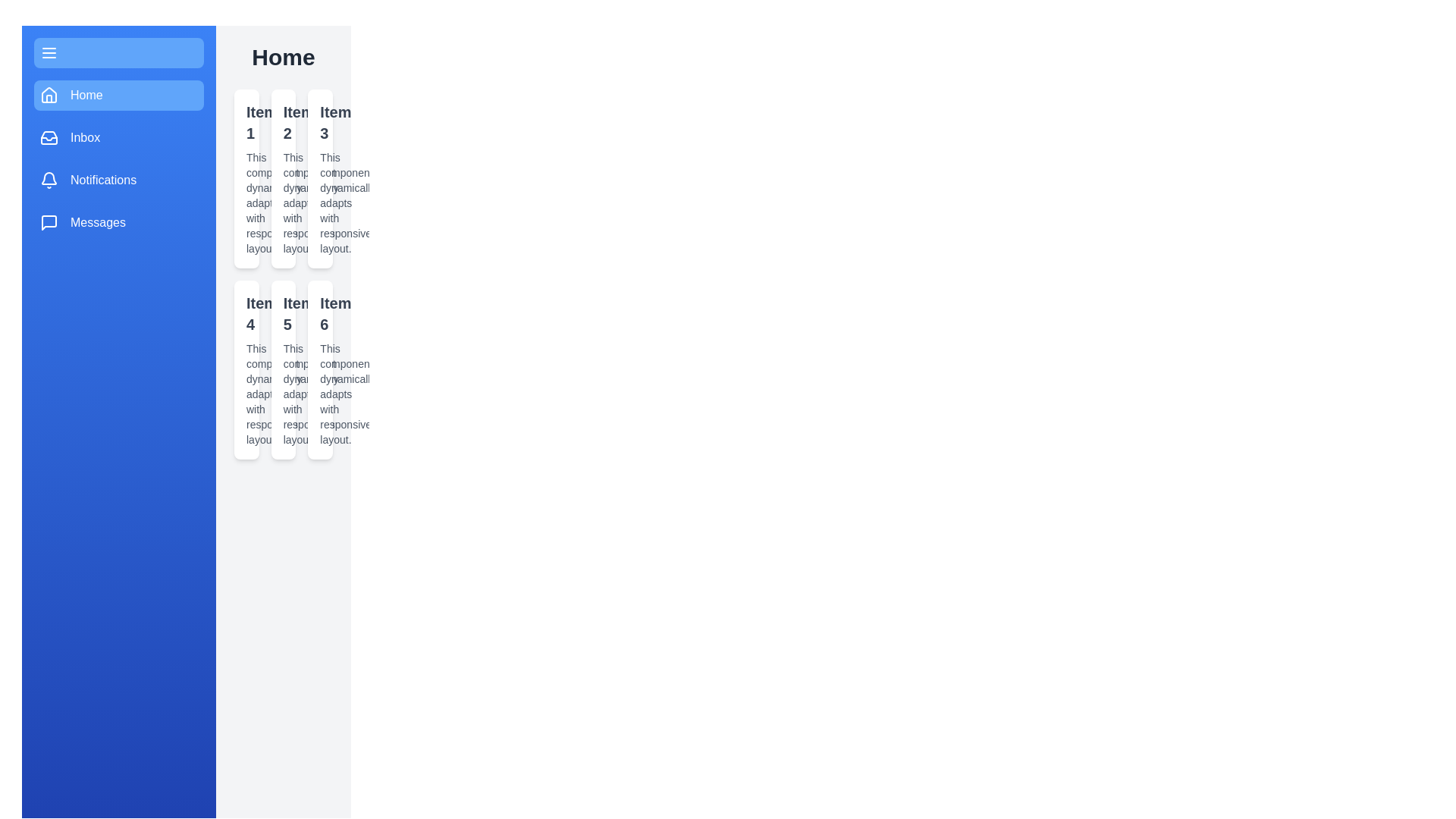  What do you see at coordinates (118, 137) in the screenshot?
I see `the inbox button located in the vertical navigation menu, which is positioned below the 'Home' button and above the 'Notifications' button` at bounding box center [118, 137].